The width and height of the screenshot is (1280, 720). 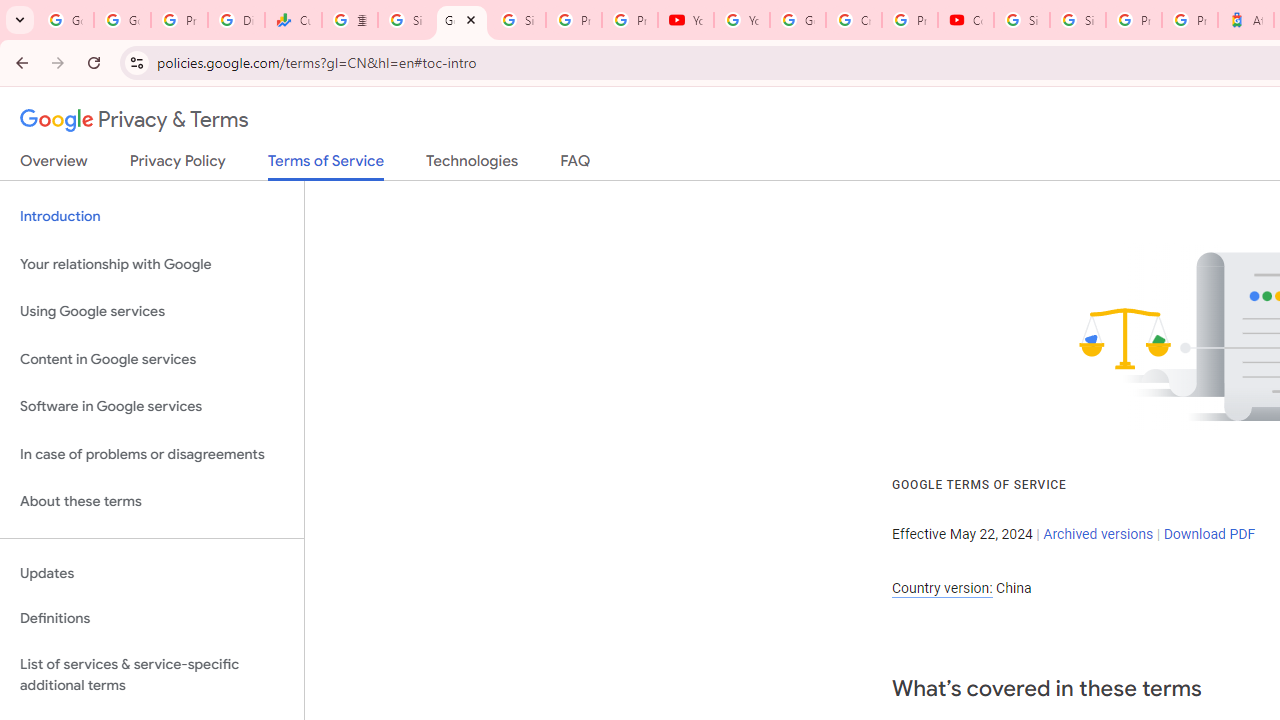 I want to click on 'Create your Google Account', so click(x=853, y=20).